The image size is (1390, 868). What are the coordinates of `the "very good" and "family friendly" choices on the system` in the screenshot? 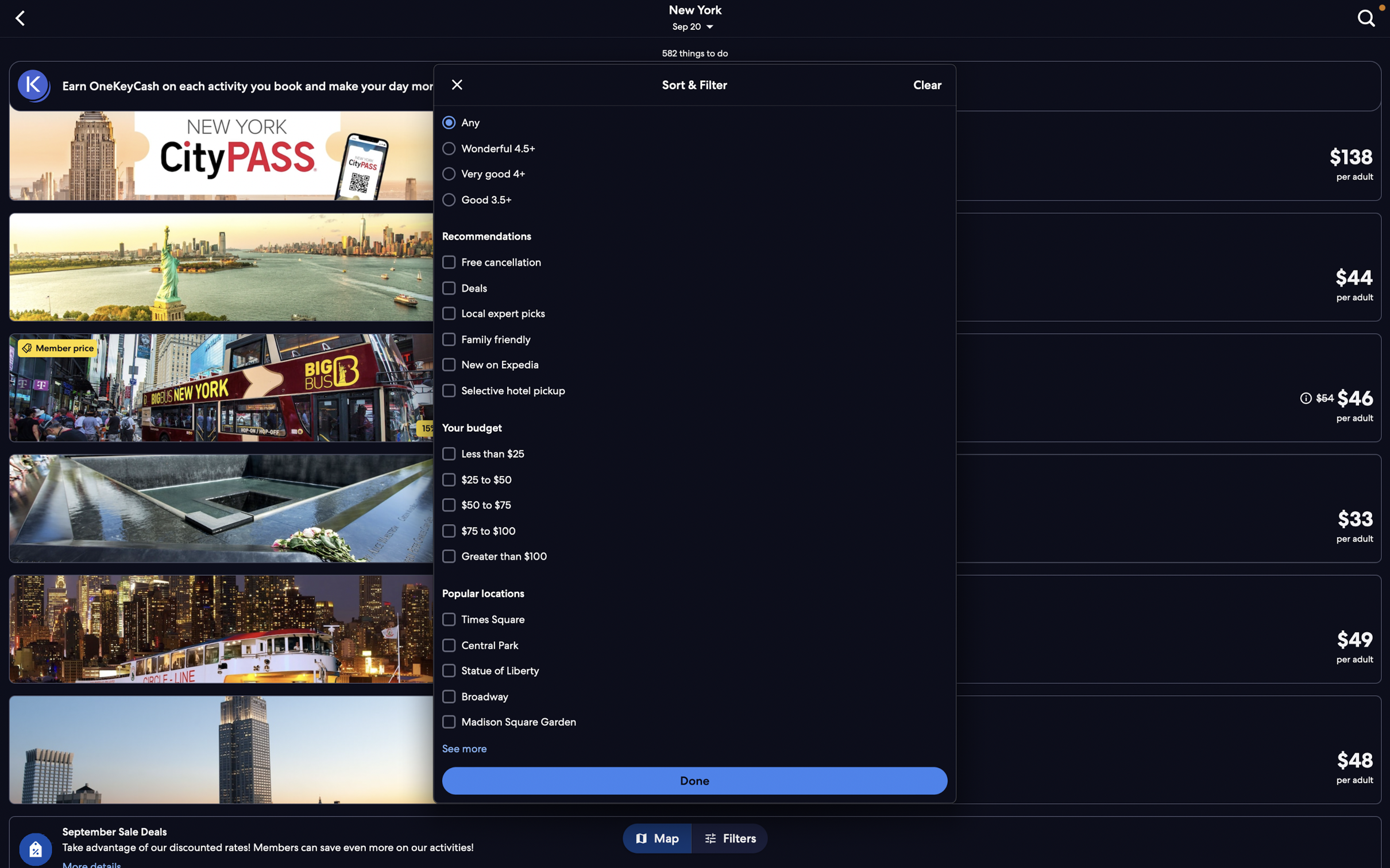 It's located at (693, 174).